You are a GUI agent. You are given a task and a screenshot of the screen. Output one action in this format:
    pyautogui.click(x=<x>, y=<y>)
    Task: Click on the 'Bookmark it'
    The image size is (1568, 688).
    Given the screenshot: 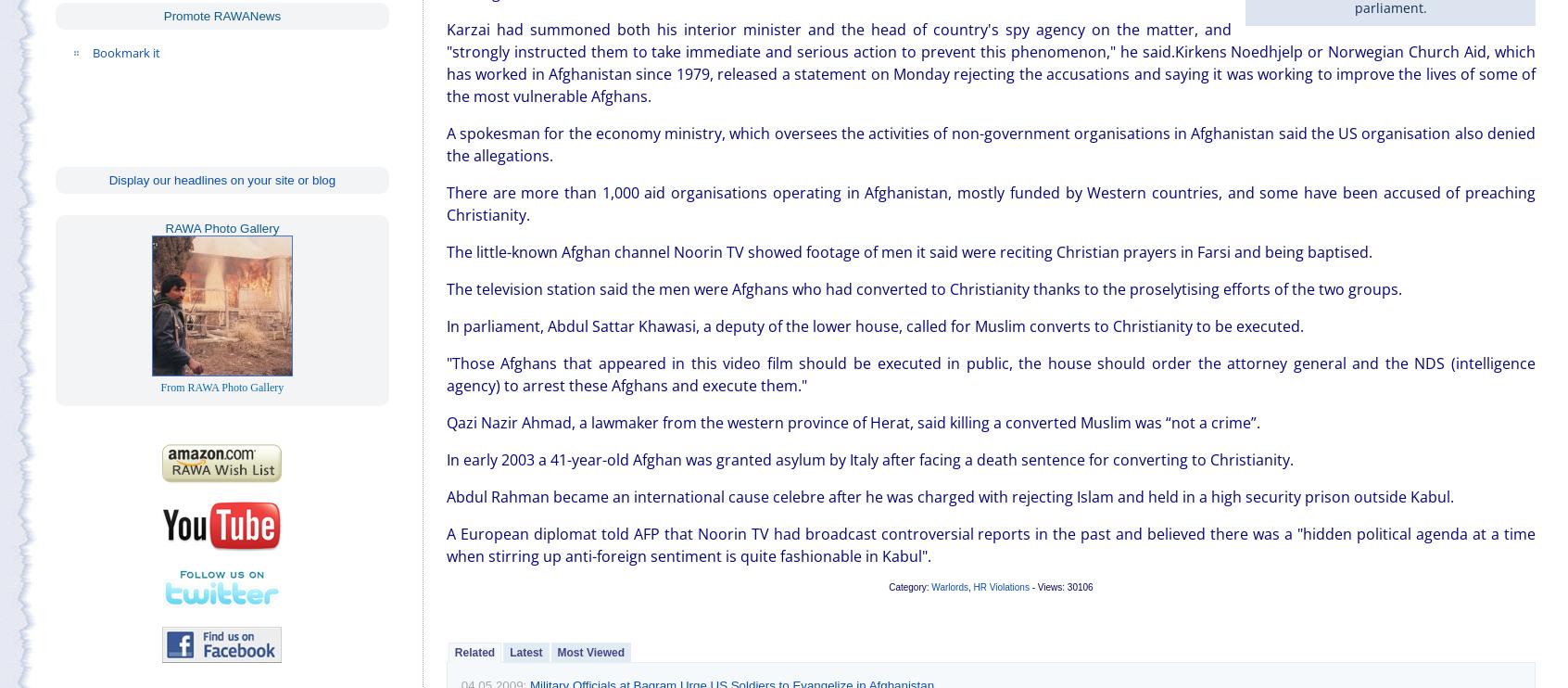 What is the action you would take?
    pyautogui.click(x=126, y=51)
    